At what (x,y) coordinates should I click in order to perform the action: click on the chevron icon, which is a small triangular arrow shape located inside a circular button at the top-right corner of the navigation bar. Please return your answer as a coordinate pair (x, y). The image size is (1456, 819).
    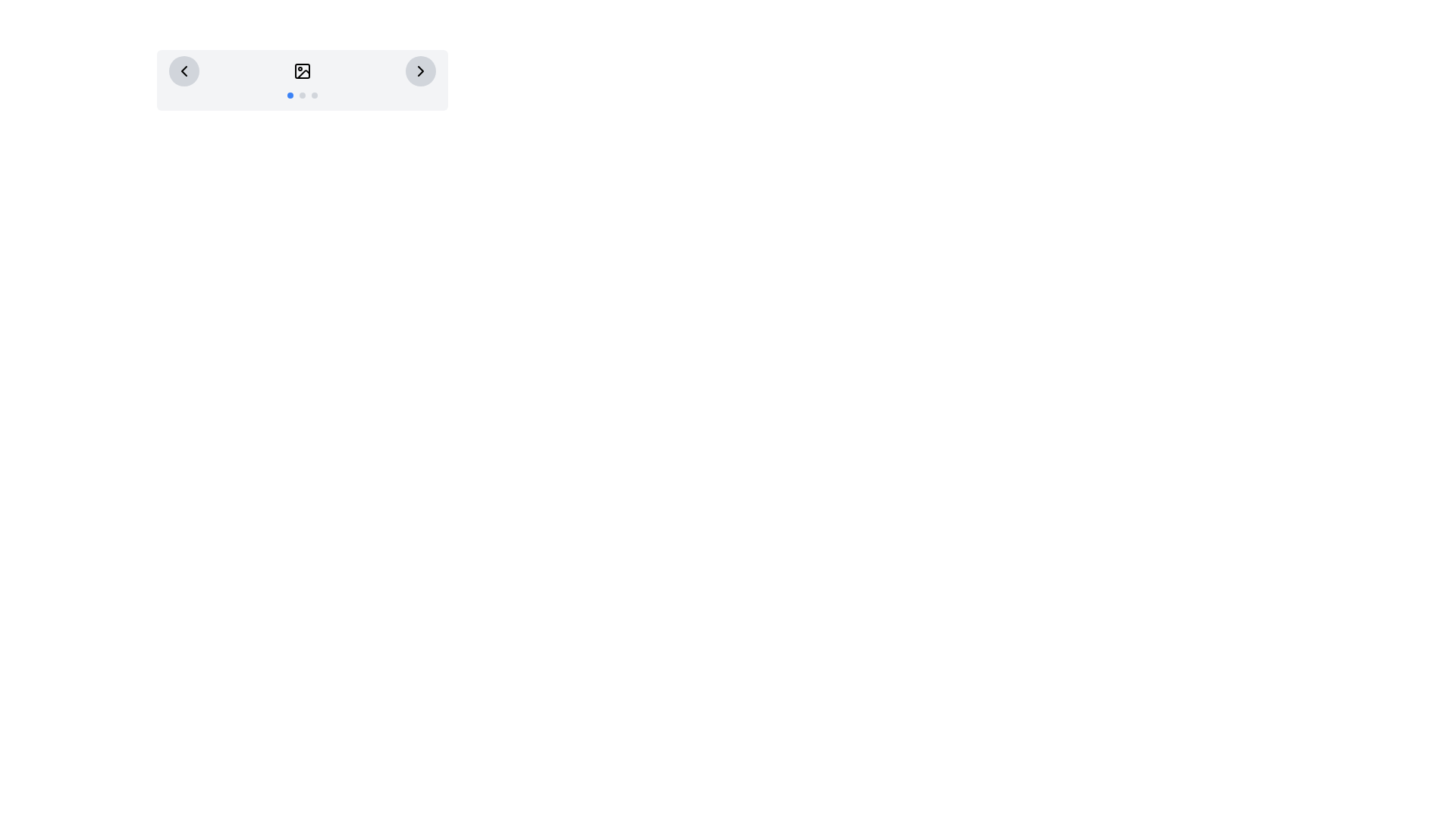
    Looking at the image, I should click on (420, 71).